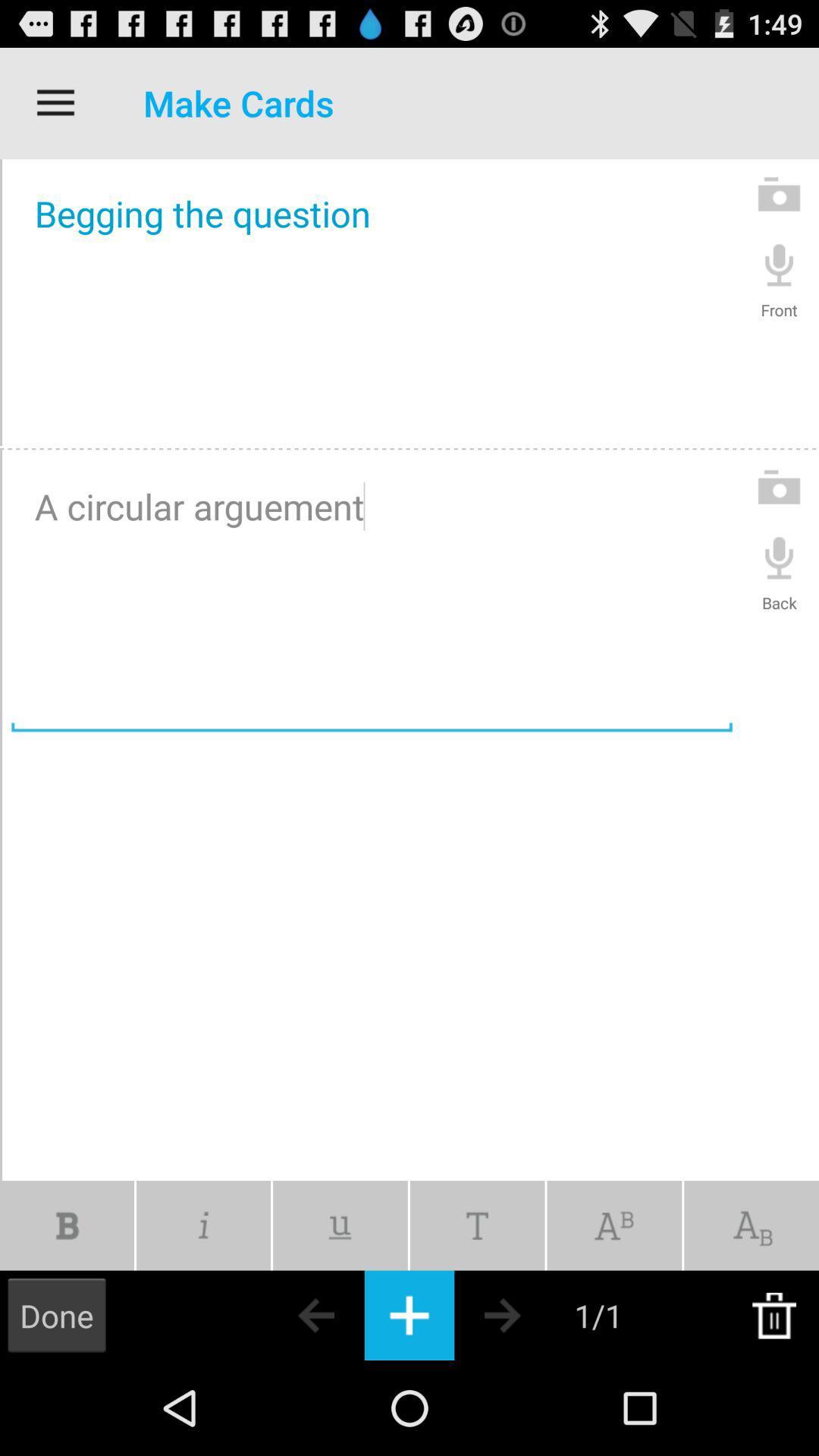 The image size is (819, 1456). I want to click on the a circular arguement item, so click(372, 595).